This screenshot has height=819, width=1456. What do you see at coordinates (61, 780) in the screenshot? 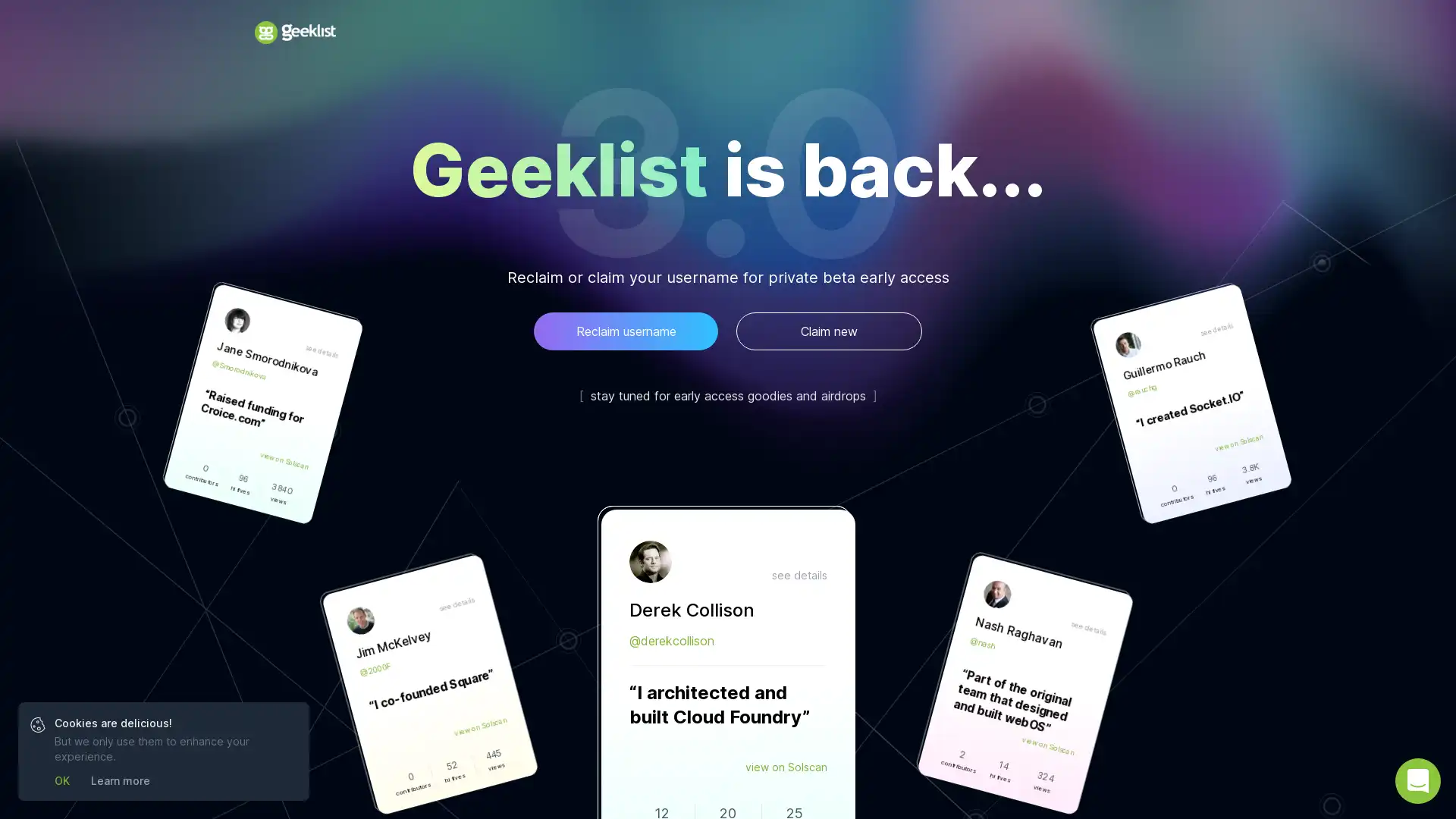
I see `OK` at bounding box center [61, 780].